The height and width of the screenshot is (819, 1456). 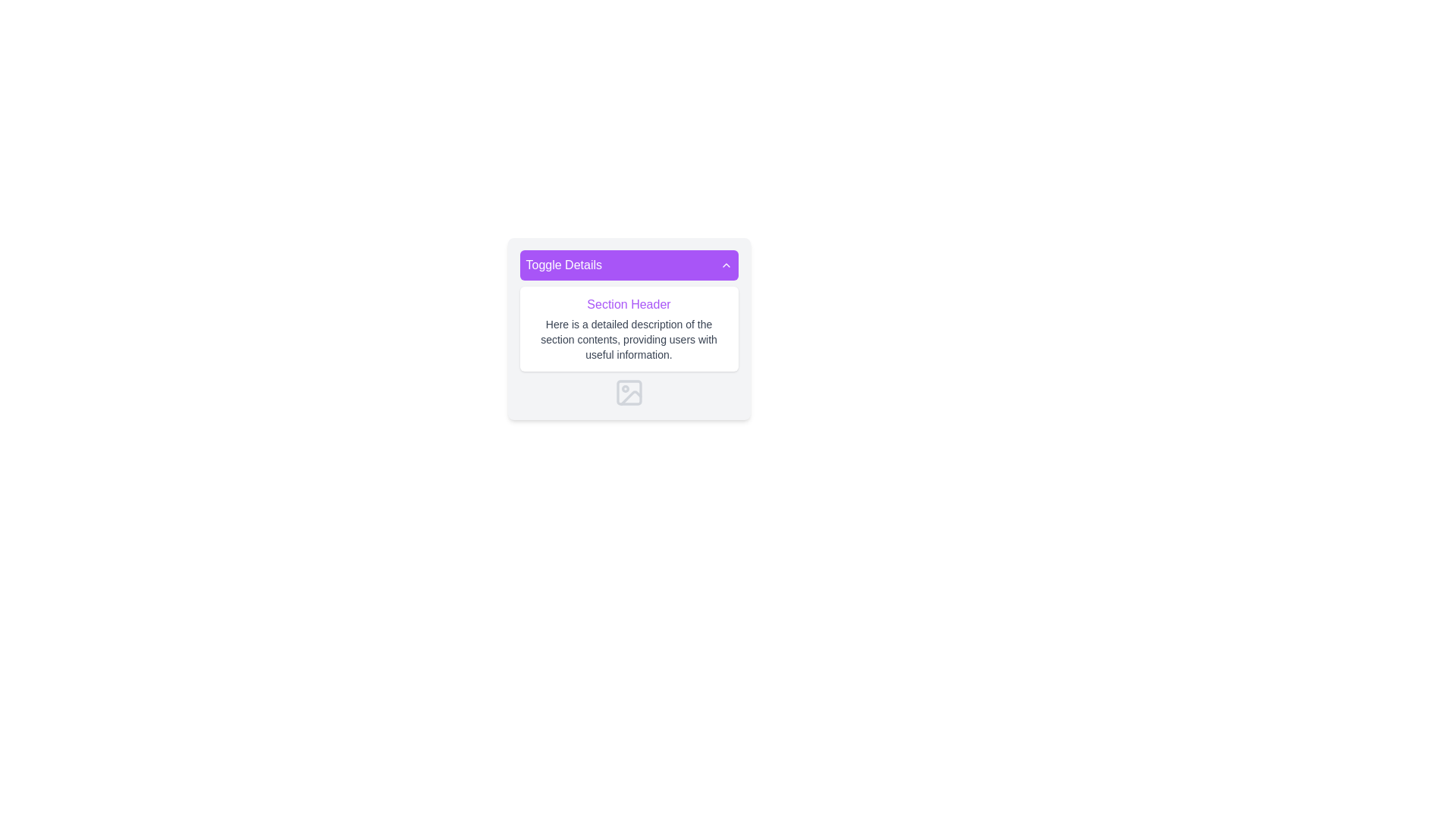 I want to click on the chevron icon located at the rightmost side of the 'Toggle Details' purple header bar, so click(x=725, y=265).